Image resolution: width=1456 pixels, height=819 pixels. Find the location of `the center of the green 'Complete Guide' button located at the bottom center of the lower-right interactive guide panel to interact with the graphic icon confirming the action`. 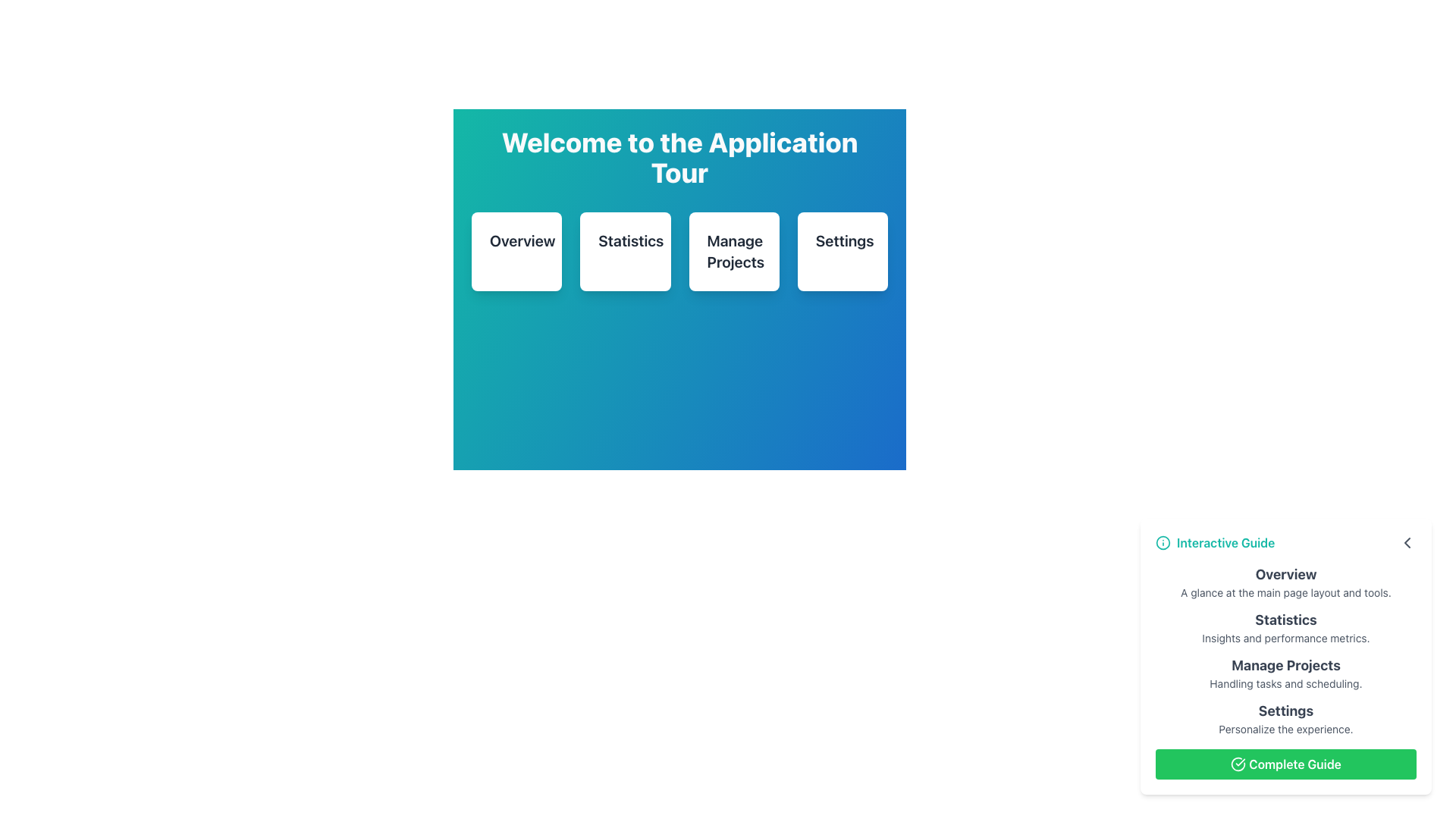

the center of the green 'Complete Guide' button located at the bottom center of the lower-right interactive guide panel to interact with the graphic icon confirming the action is located at coordinates (1238, 764).